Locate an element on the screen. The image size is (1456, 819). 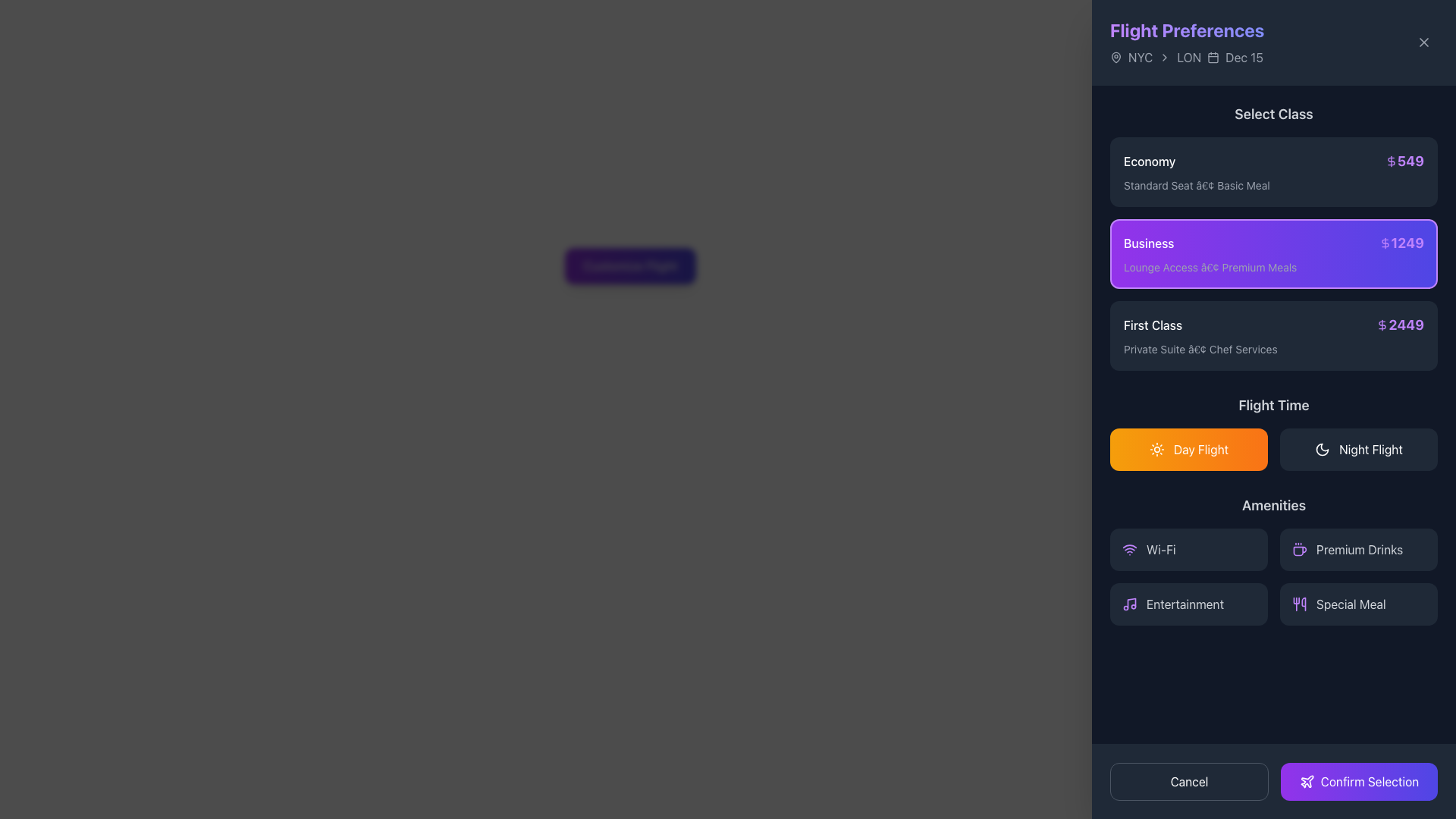
the second button from the left in the grid of four buttons in the 'Amenities' section is located at coordinates (1358, 550).